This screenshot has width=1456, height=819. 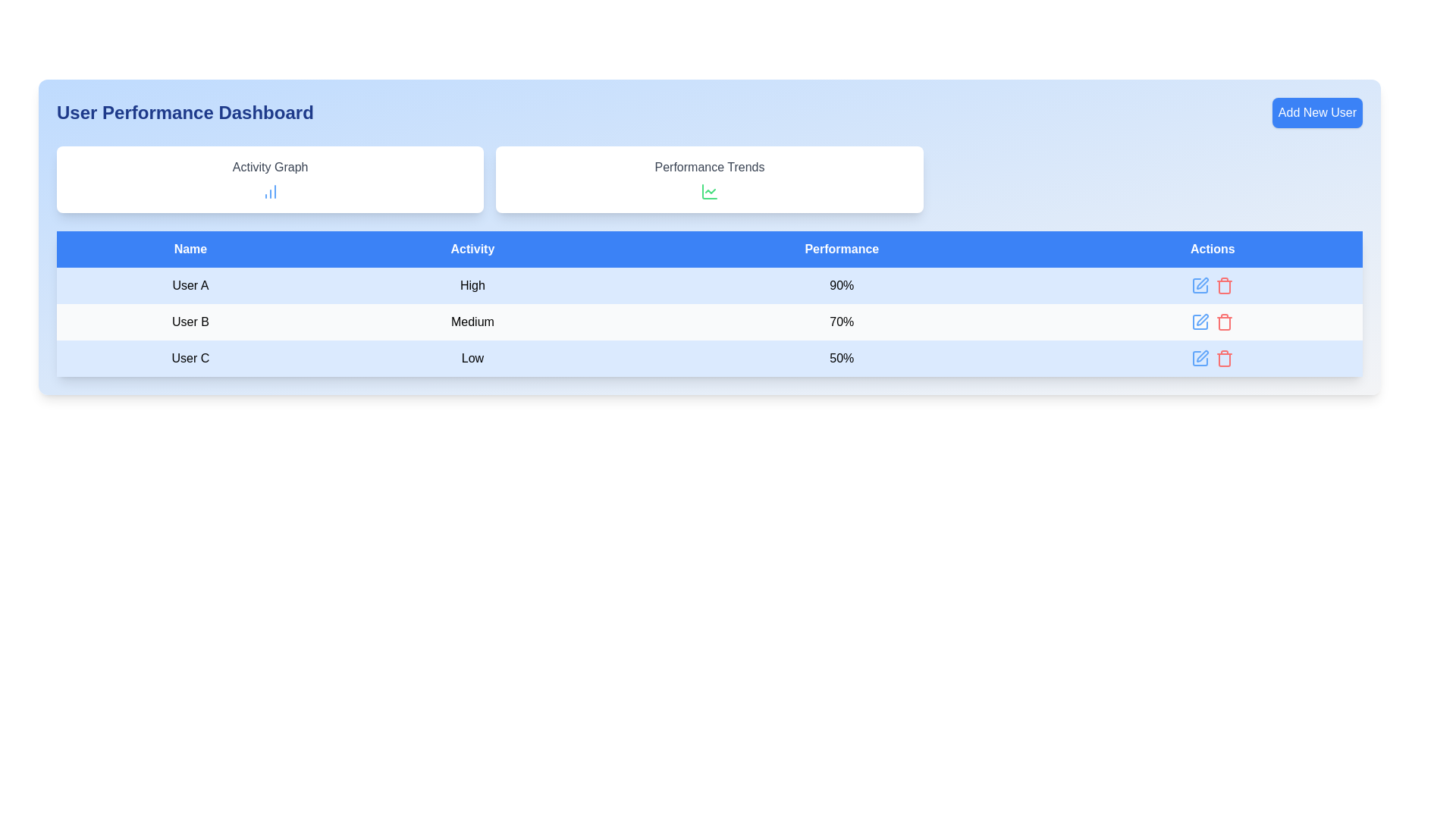 What do you see at coordinates (1200, 359) in the screenshot?
I see `the edit icon in the 'Actions' column of the table for 'User C'` at bounding box center [1200, 359].